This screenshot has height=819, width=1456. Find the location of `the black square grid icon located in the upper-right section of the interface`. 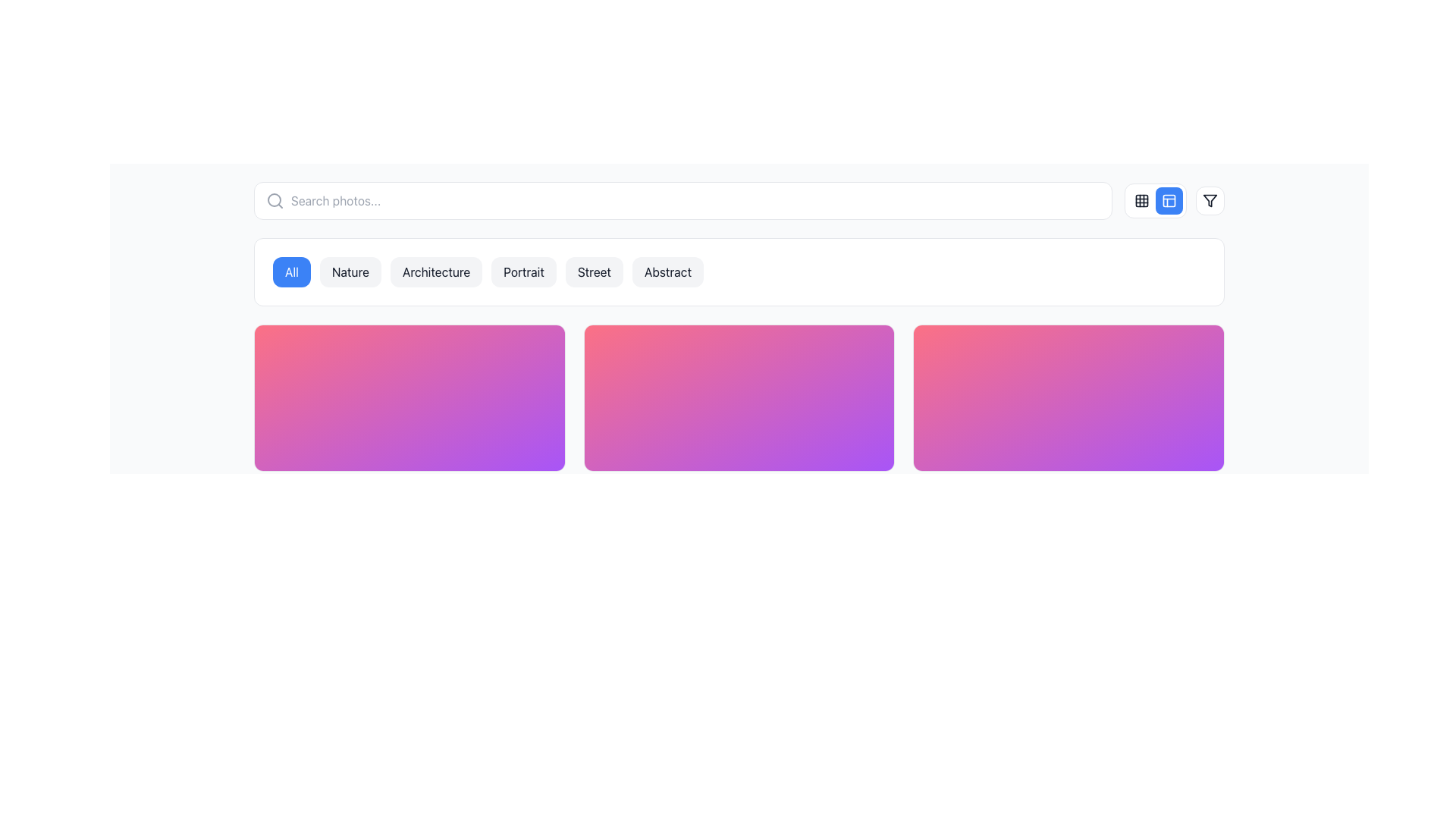

the black square grid icon located in the upper-right section of the interface is located at coordinates (1142, 200).